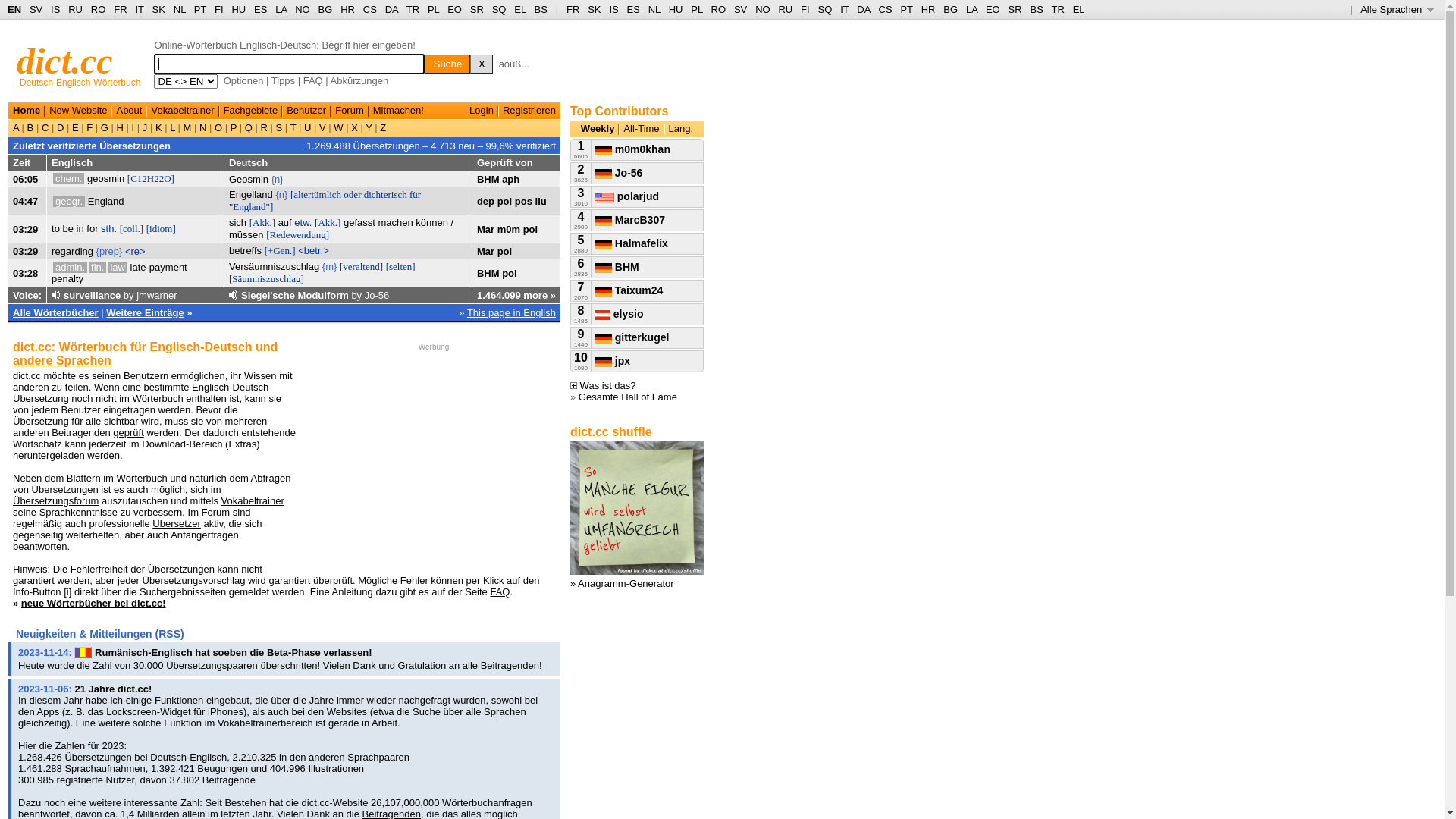  I want to click on 'G', so click(103, 127).